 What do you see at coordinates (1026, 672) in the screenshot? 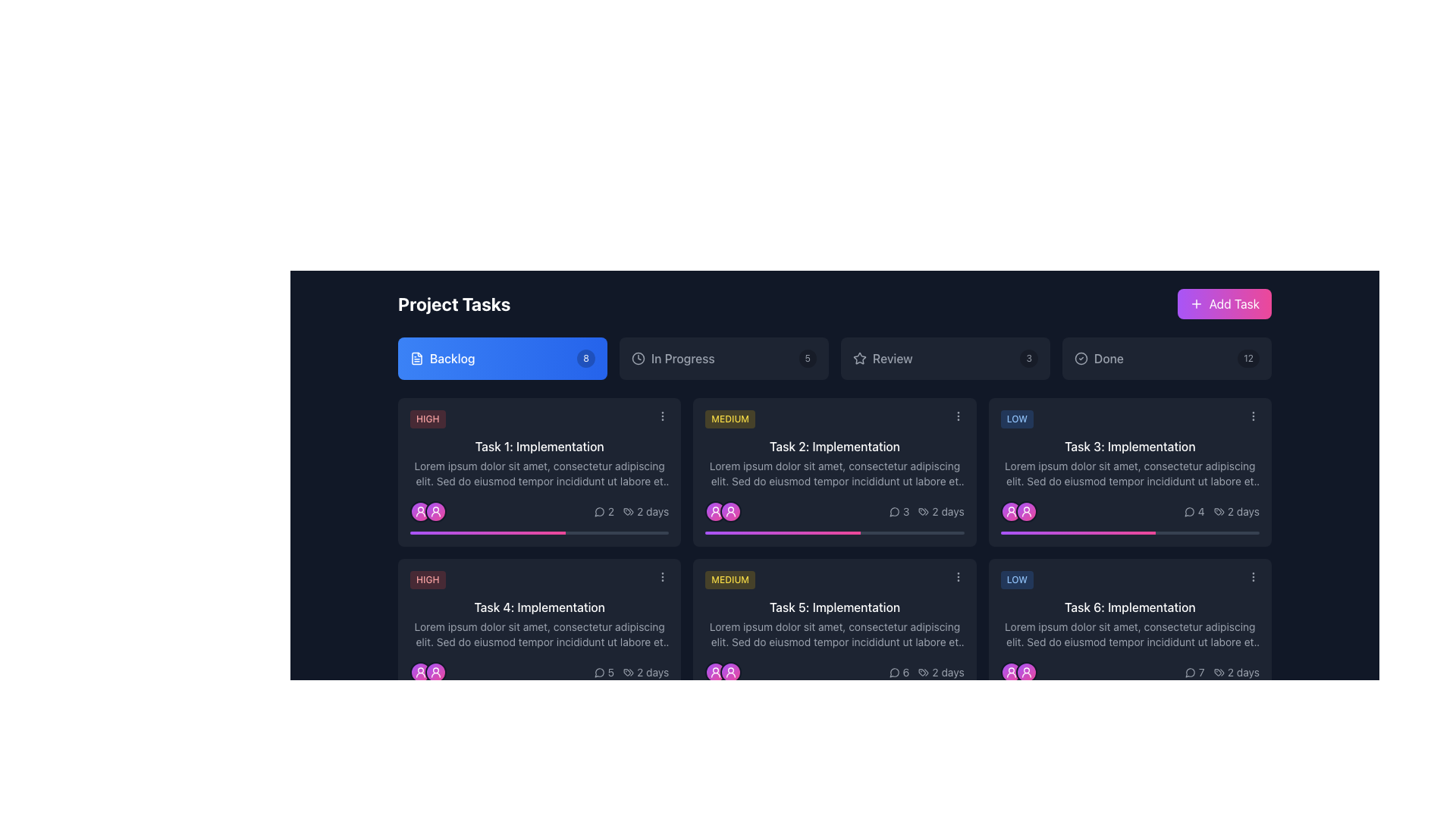
I see `the user icon located inside the 'Task 6: Implementation' card in the 'Done' section of the project board, indicating task collaborators` at bounding box center [1026, 672].